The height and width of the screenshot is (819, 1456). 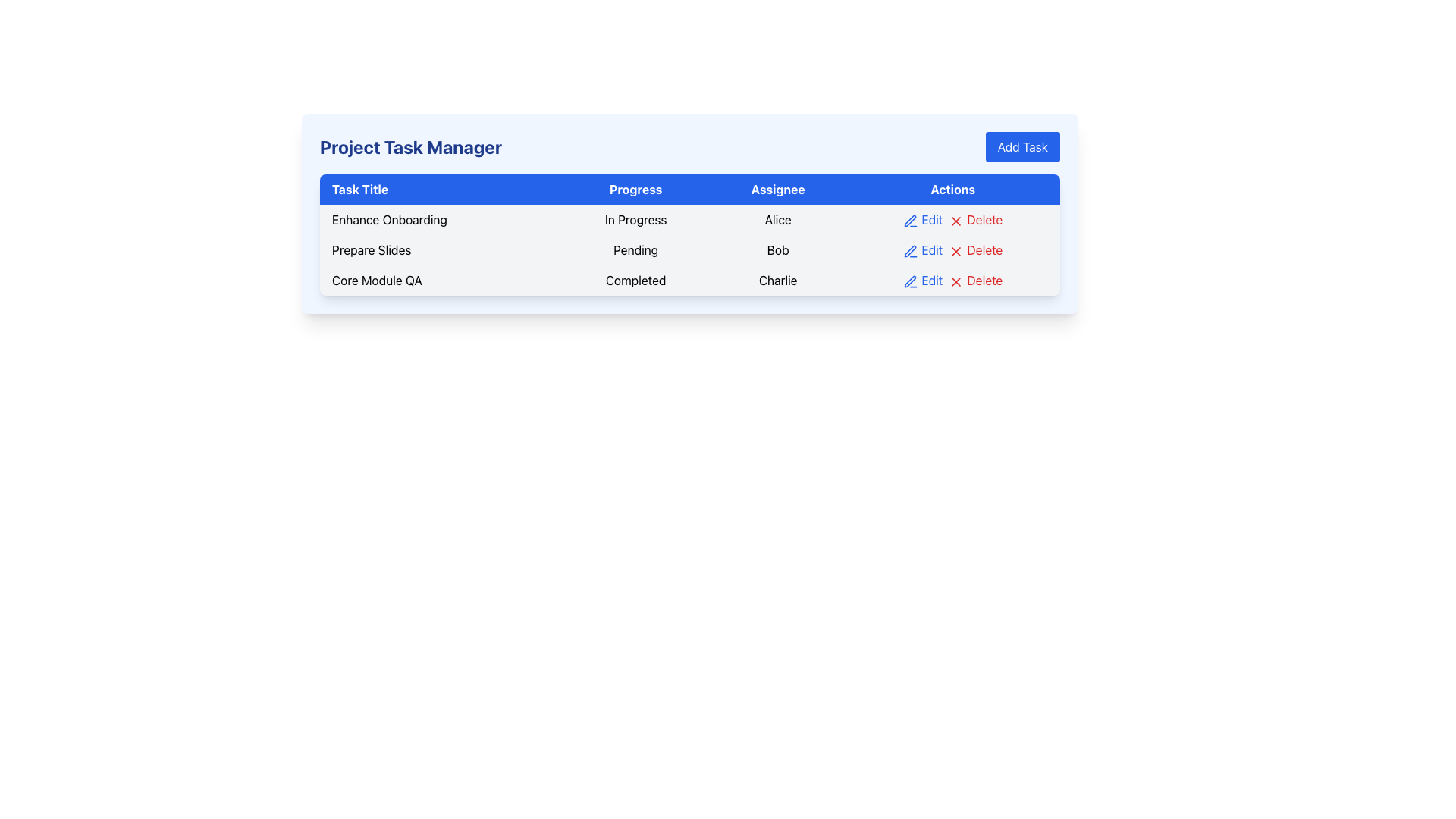 What do you see at coordinates (975, 281) in the screenshot?
I see `the 'Delete' button with red text and a cross icon located in the 'Actions' column of the last row of the table` at bounding box center [975, 281].